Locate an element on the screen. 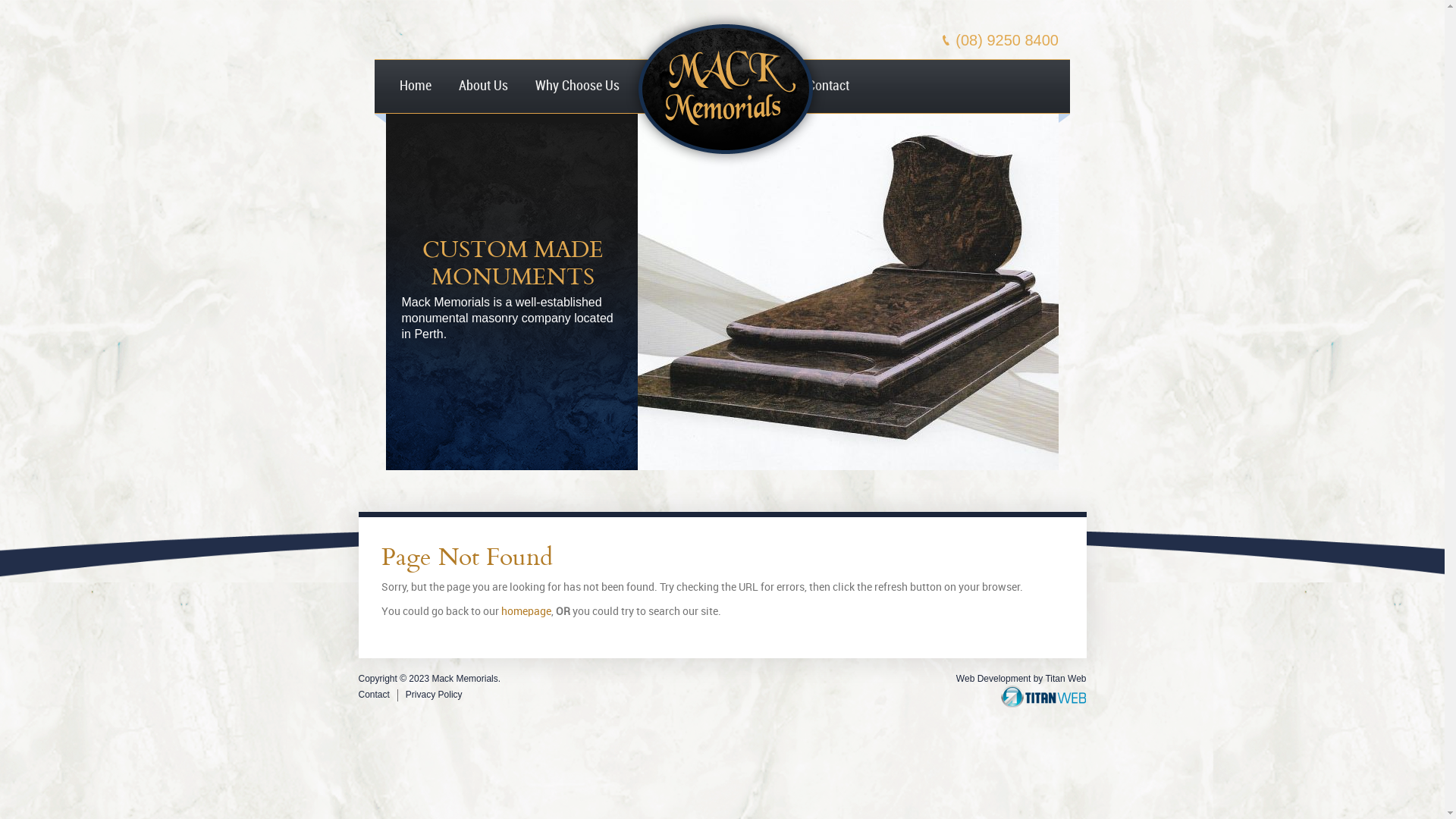  'Contact' is located at coordinates (373, 694).